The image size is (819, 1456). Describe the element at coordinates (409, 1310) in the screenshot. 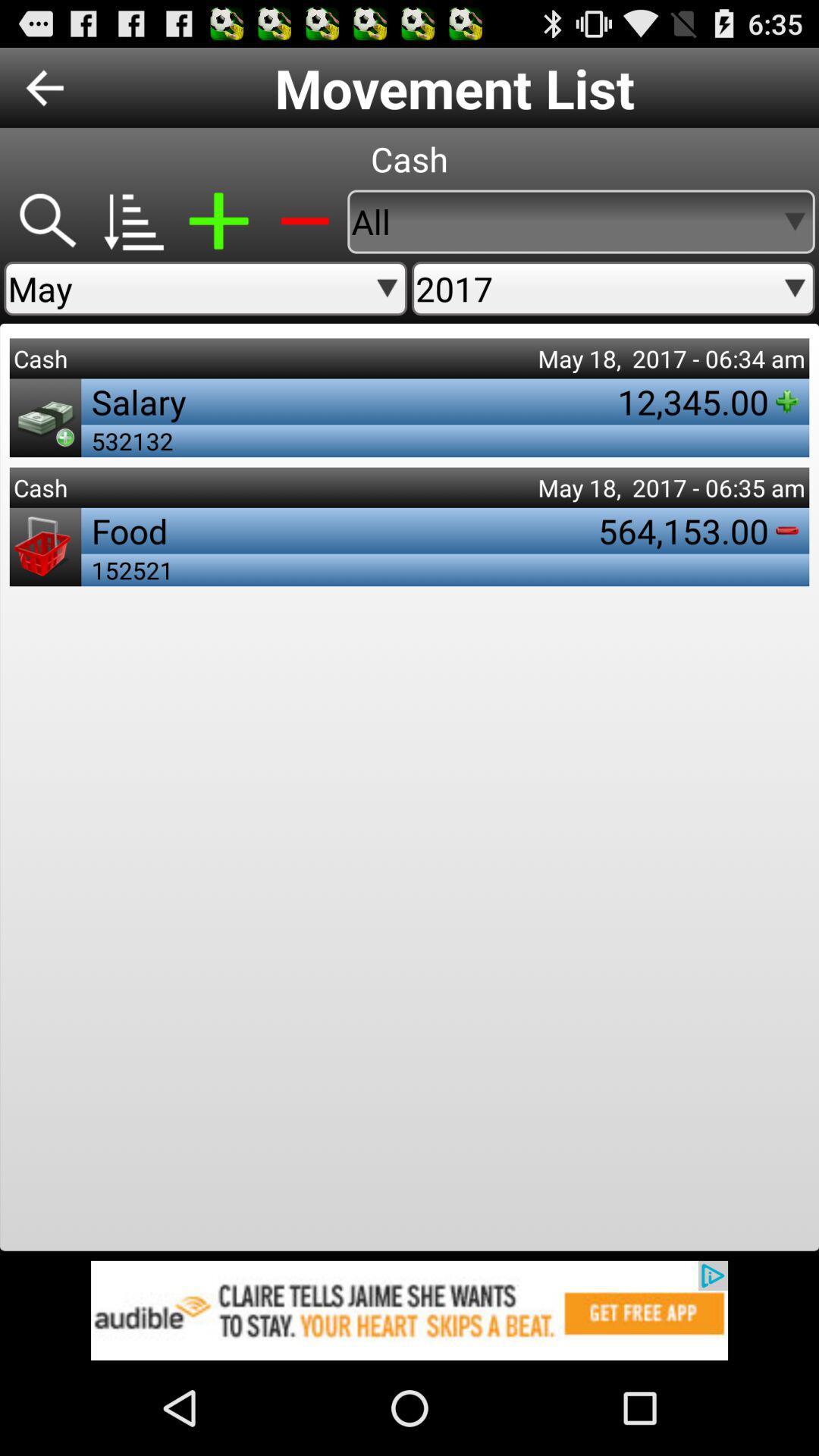

I see `shows an advertisement` at that location.